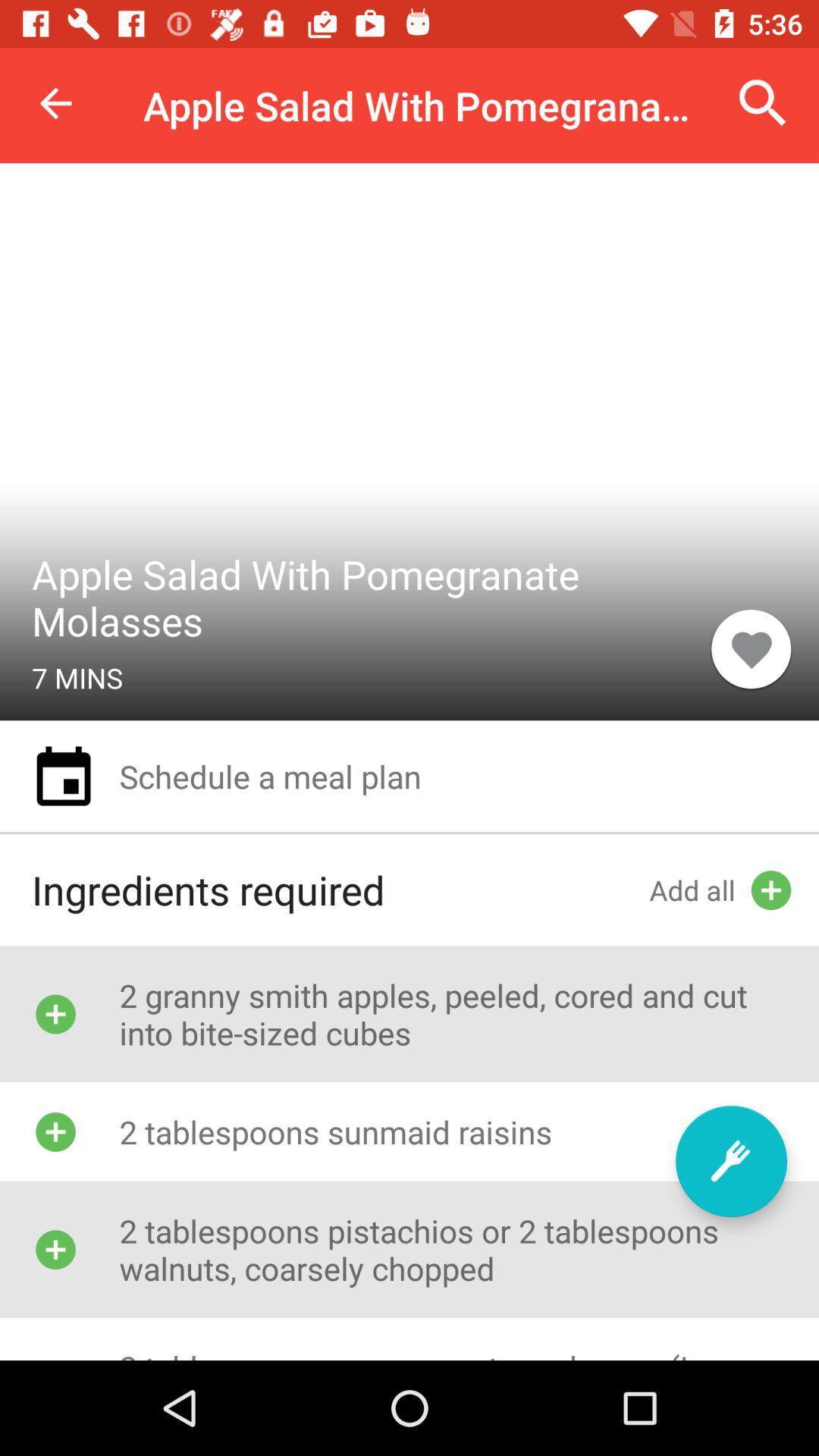 This screenshot has height=1456, width=819. What do you see at coordinates (730, 1160) in the screenshot?
I see `item at the bottom right corner` at bounding box center [730, 1160].